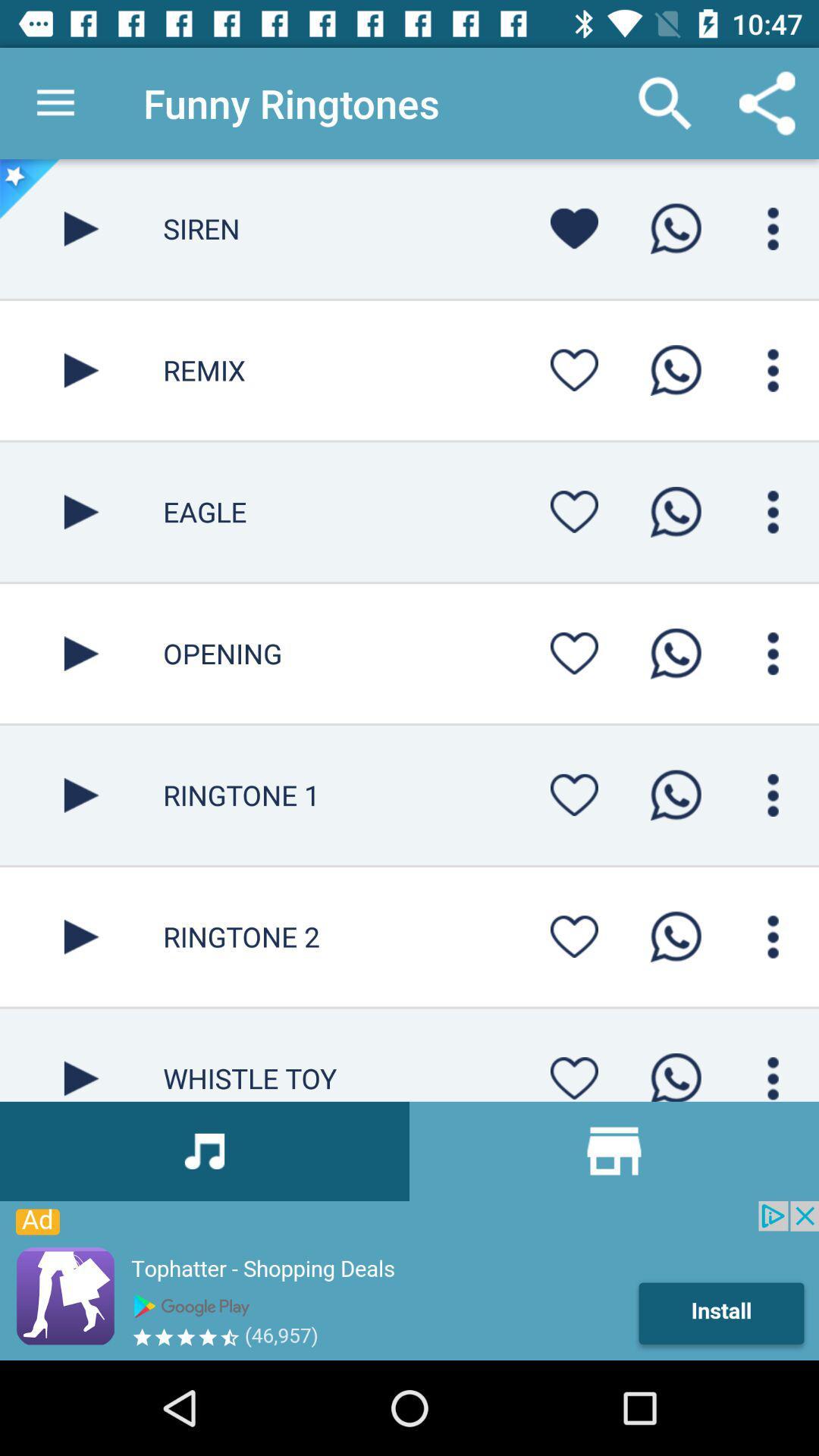  Describe the element at coordinates (773, 936) in the screenshot. I see `options and settings` at that location.